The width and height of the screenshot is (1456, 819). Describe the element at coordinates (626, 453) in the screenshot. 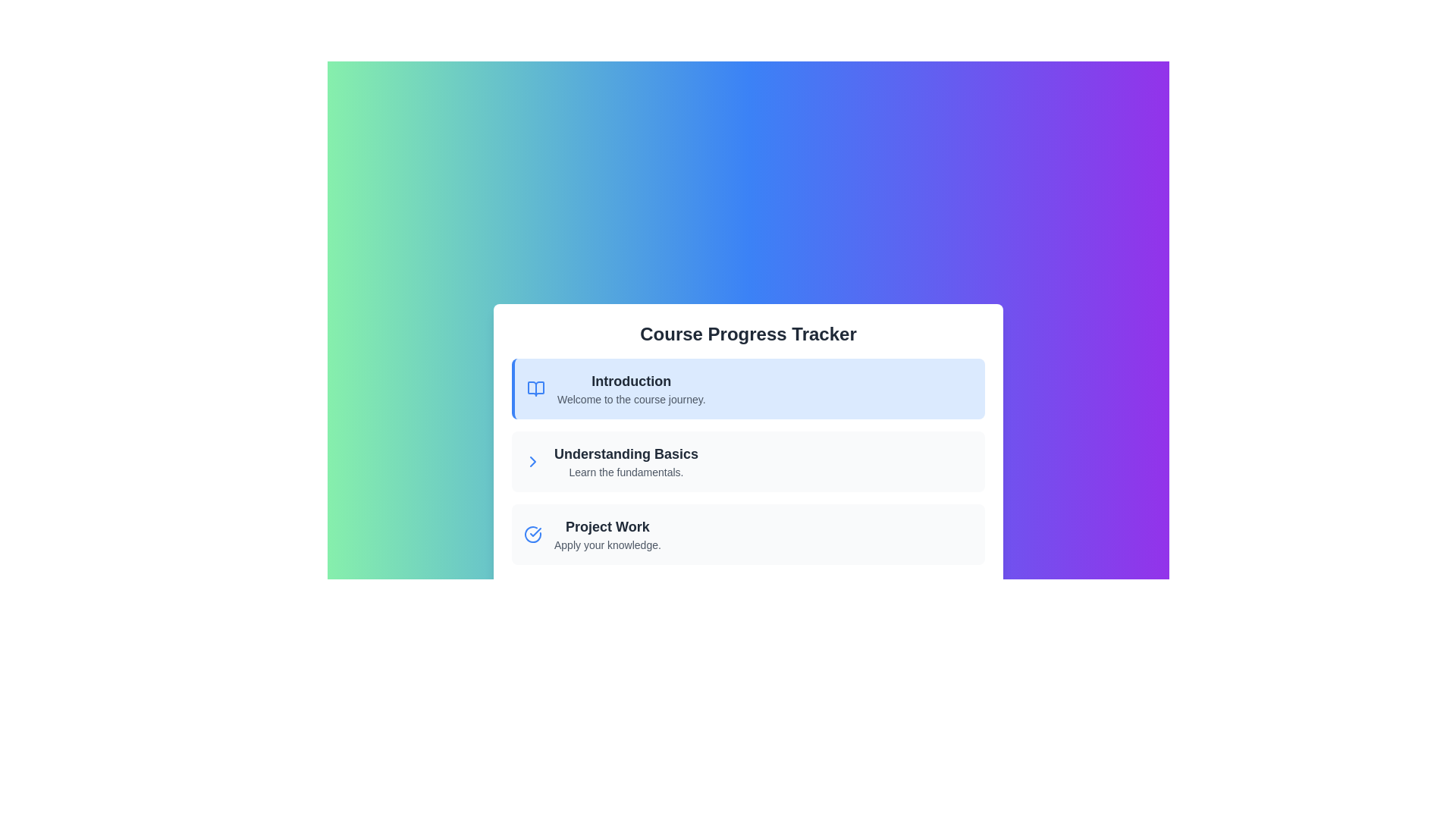

I see `the title text label for the 'Understanding Basics' section, which is the top bold text in the second section of the 'Course Progress Tracker'` at that location.